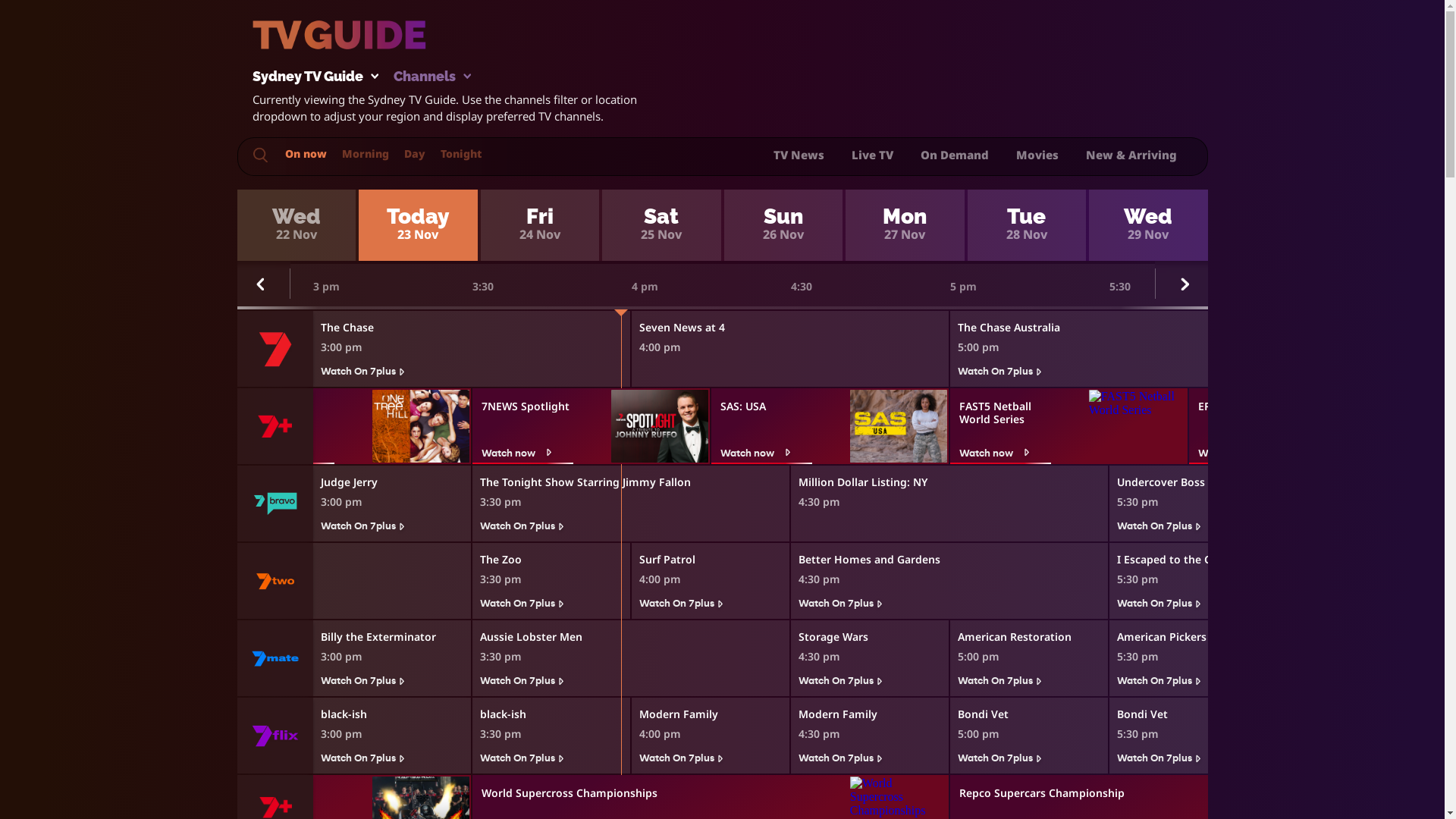 The width and height of the screenshot is (1456, 819). What do you see at coordinates (967, 225) in the screenshot?
I see `'Tue` at bounding box center [967, 225].